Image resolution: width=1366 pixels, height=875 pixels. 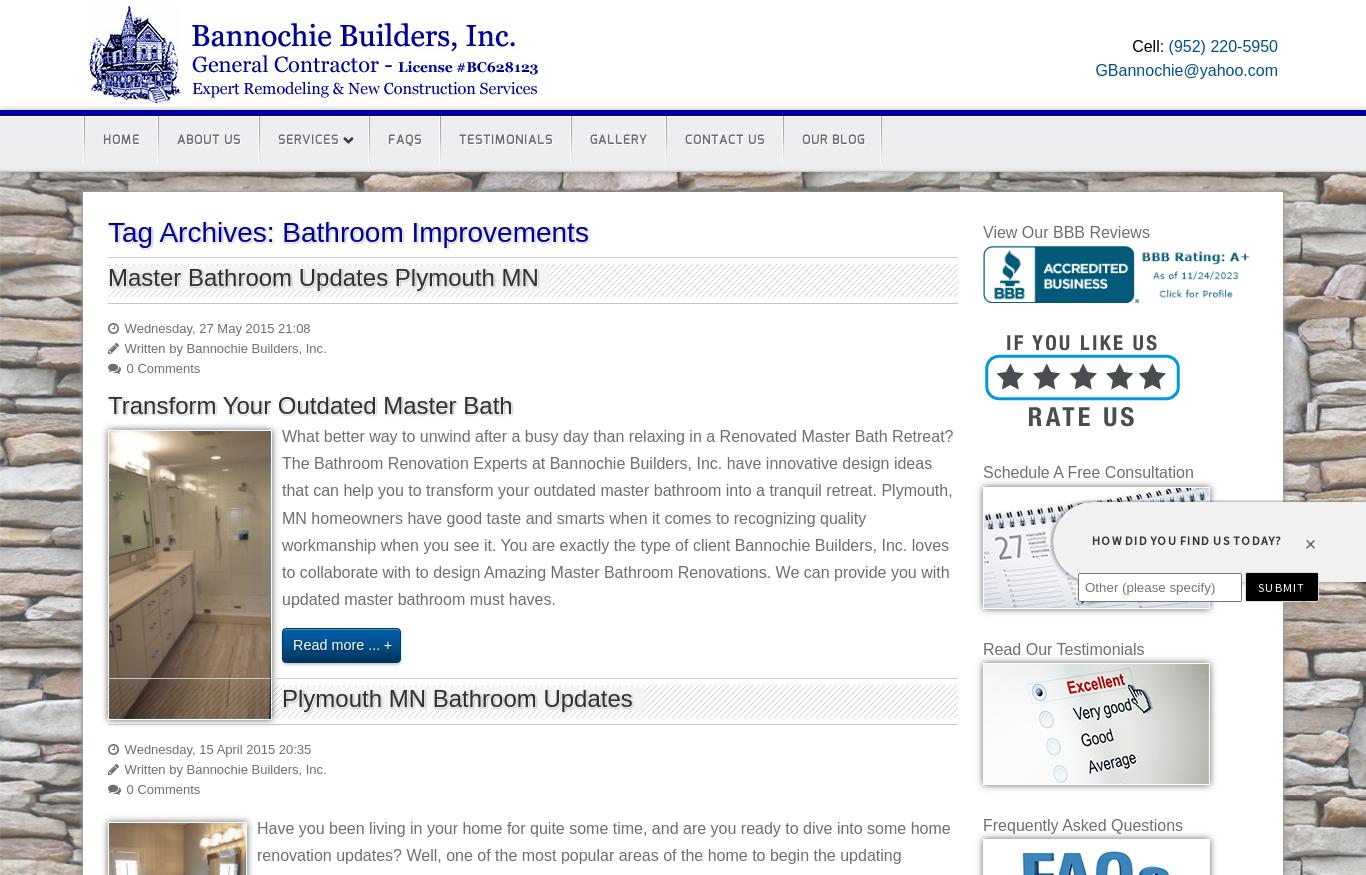 What do you see at coordinates (616, 517) in the screenshot?
I see `'What better way to unwind after a busy day than relaxing in a Renovated Master Bath Retreat? The Bathroom Renovation Experts at Bannochie Builders, Inc. have innovative design ideas that can help you to transform your outdated master bathroom into a tranquil retreat. Plymouth, MN homeowners have good taste and smarts when it comes to recognizing quality workmanship when you see it. You are exactly the type of client Bannochie Builders, Inc. loves to collaborate with to design Amazing Master Bathroom Renovations. We can provide you with updated master bathroom must haves.'` at bounding box center [616, 517].